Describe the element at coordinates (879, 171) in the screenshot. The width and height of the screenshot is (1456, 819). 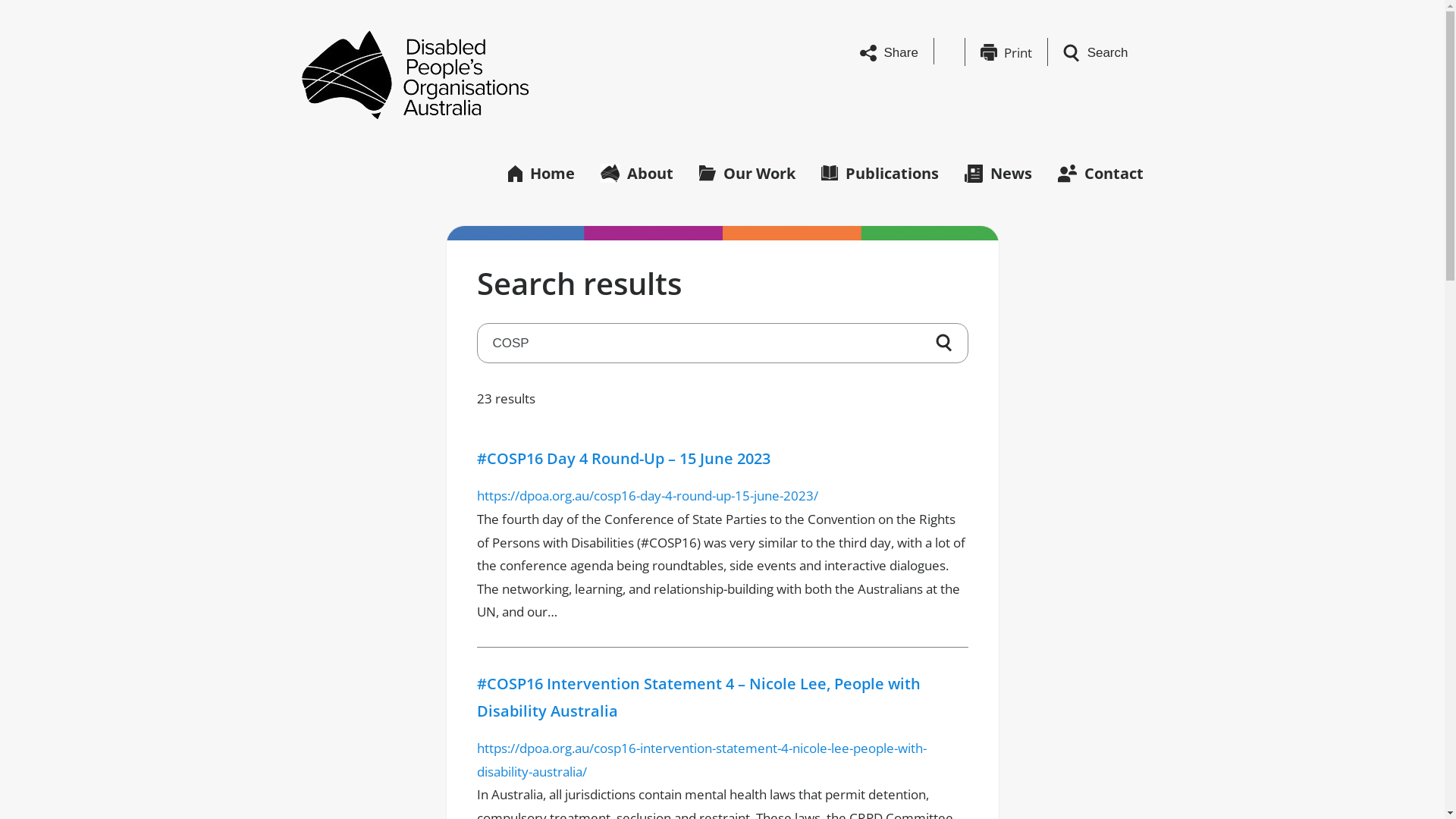
I see `'Publications'` at that location.